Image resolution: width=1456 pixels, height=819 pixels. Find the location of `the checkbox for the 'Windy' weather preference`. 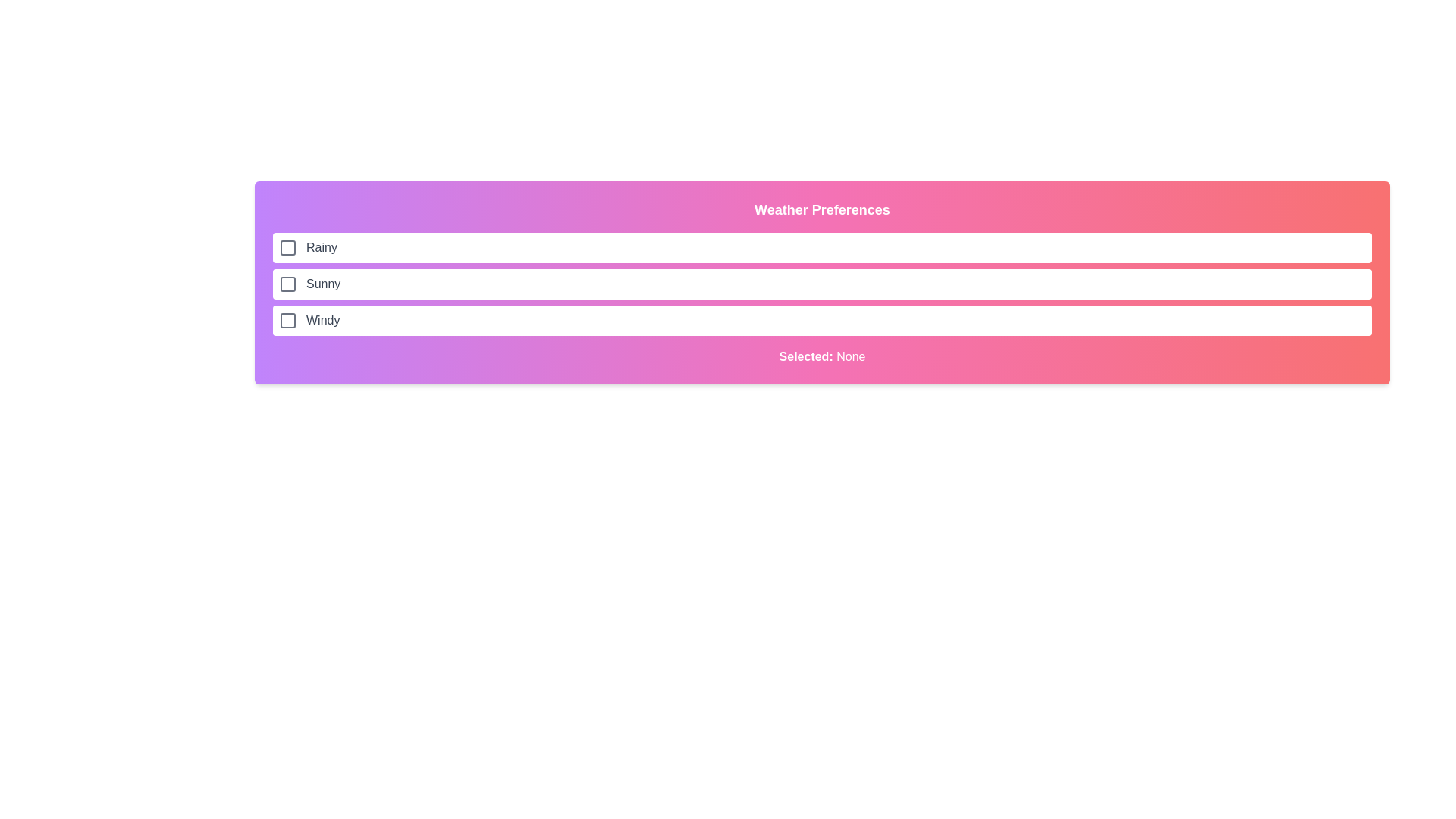

the checkbox for the 'Windy' weather preference is located at coordinates (821, 320).